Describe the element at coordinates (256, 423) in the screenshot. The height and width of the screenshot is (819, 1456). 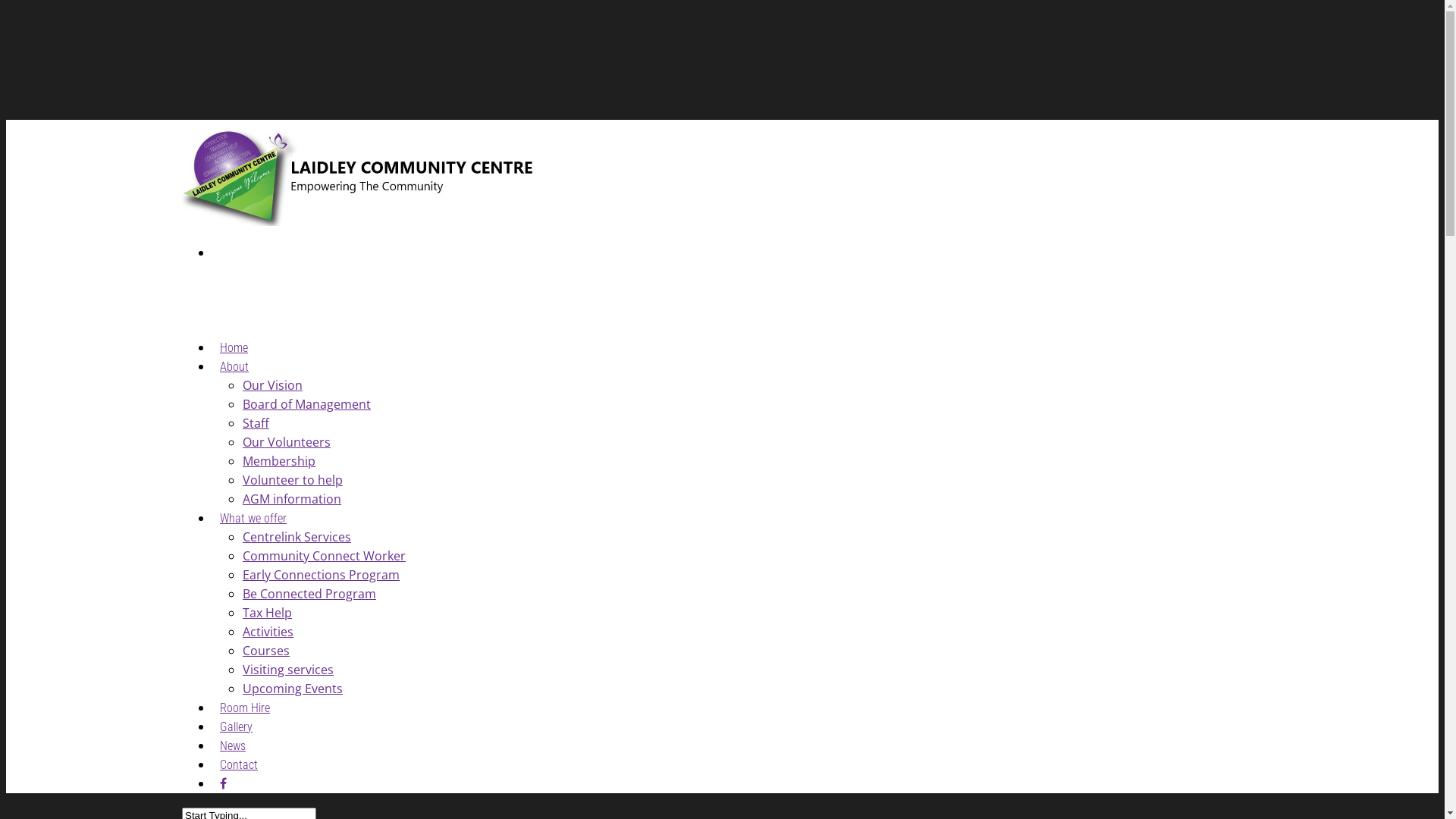
I see `'Staff'` at that location.